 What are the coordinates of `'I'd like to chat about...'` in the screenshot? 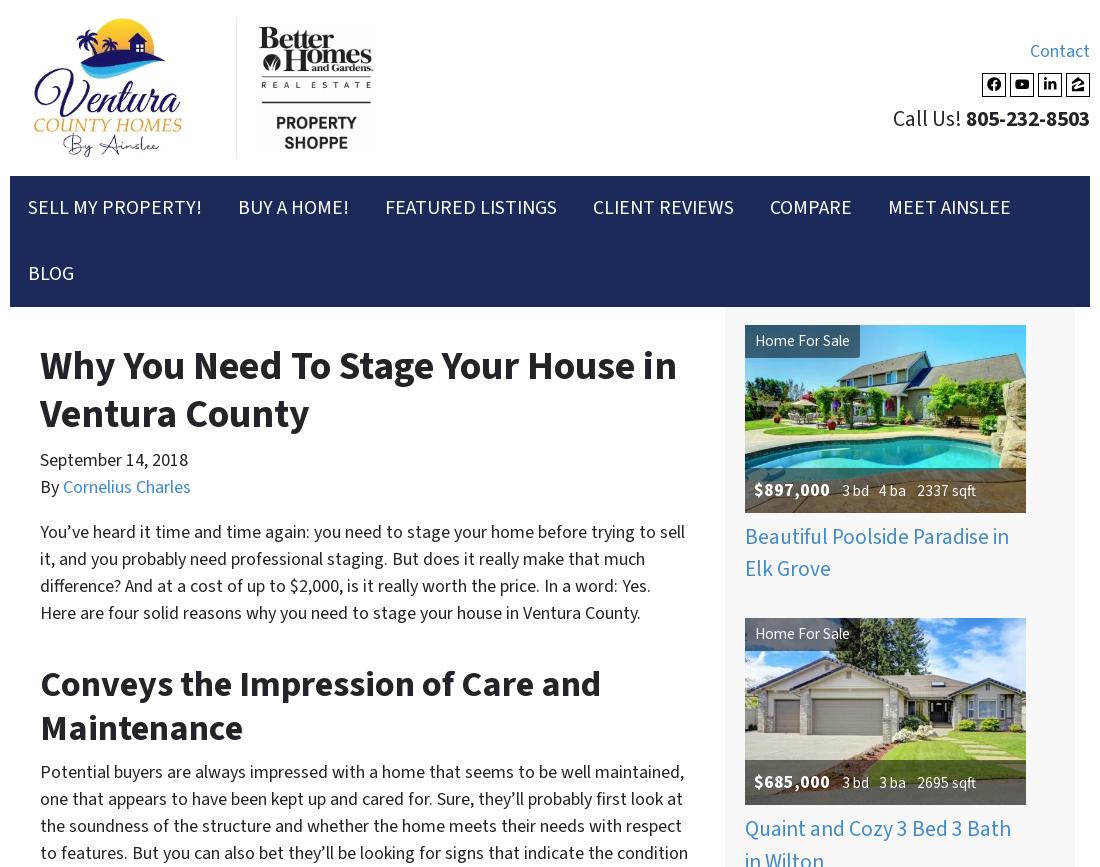 It's located at (145, 41).